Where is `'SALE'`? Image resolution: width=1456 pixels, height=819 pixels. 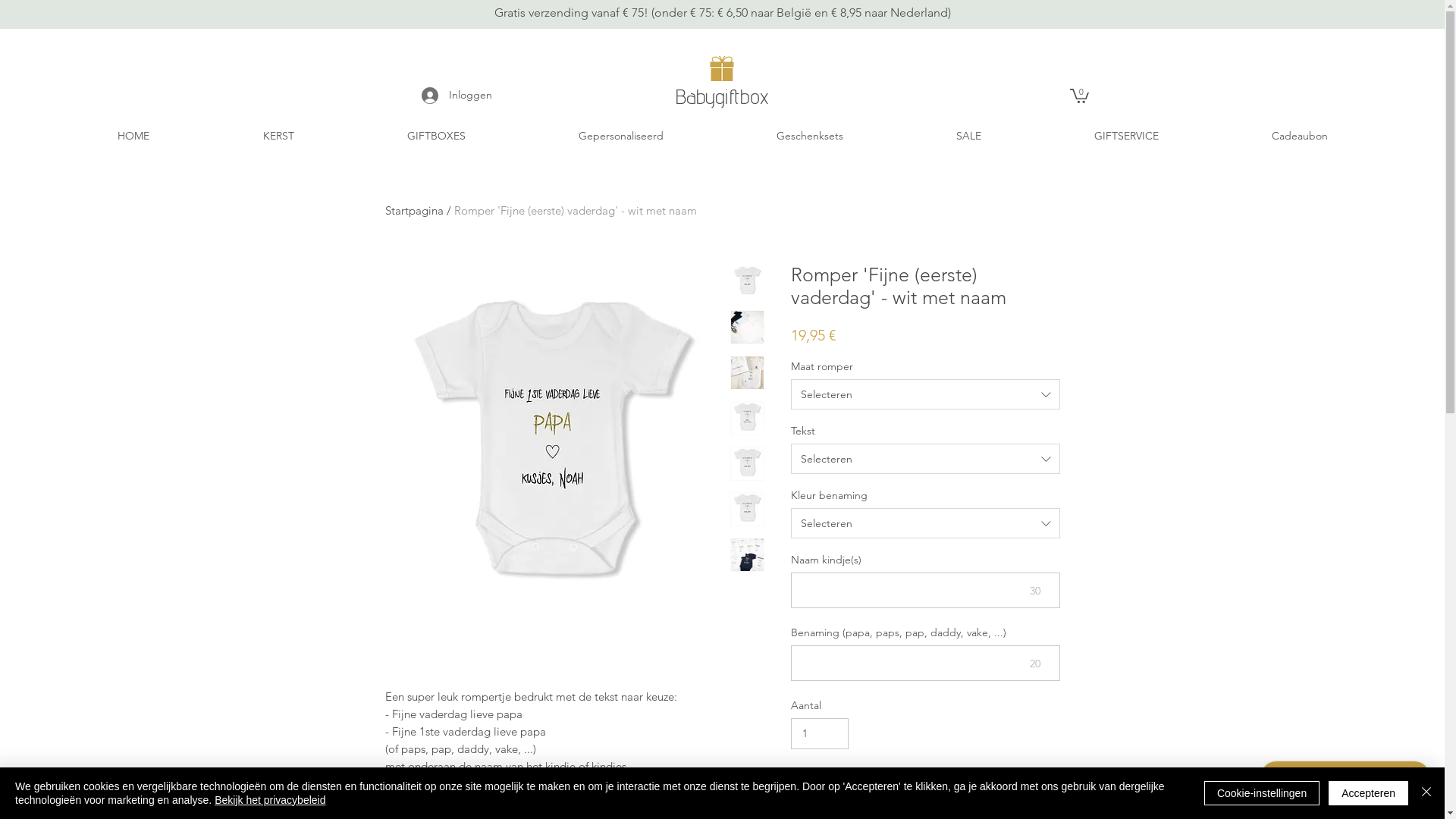
'SALE' is located at coordinates (899, 135).